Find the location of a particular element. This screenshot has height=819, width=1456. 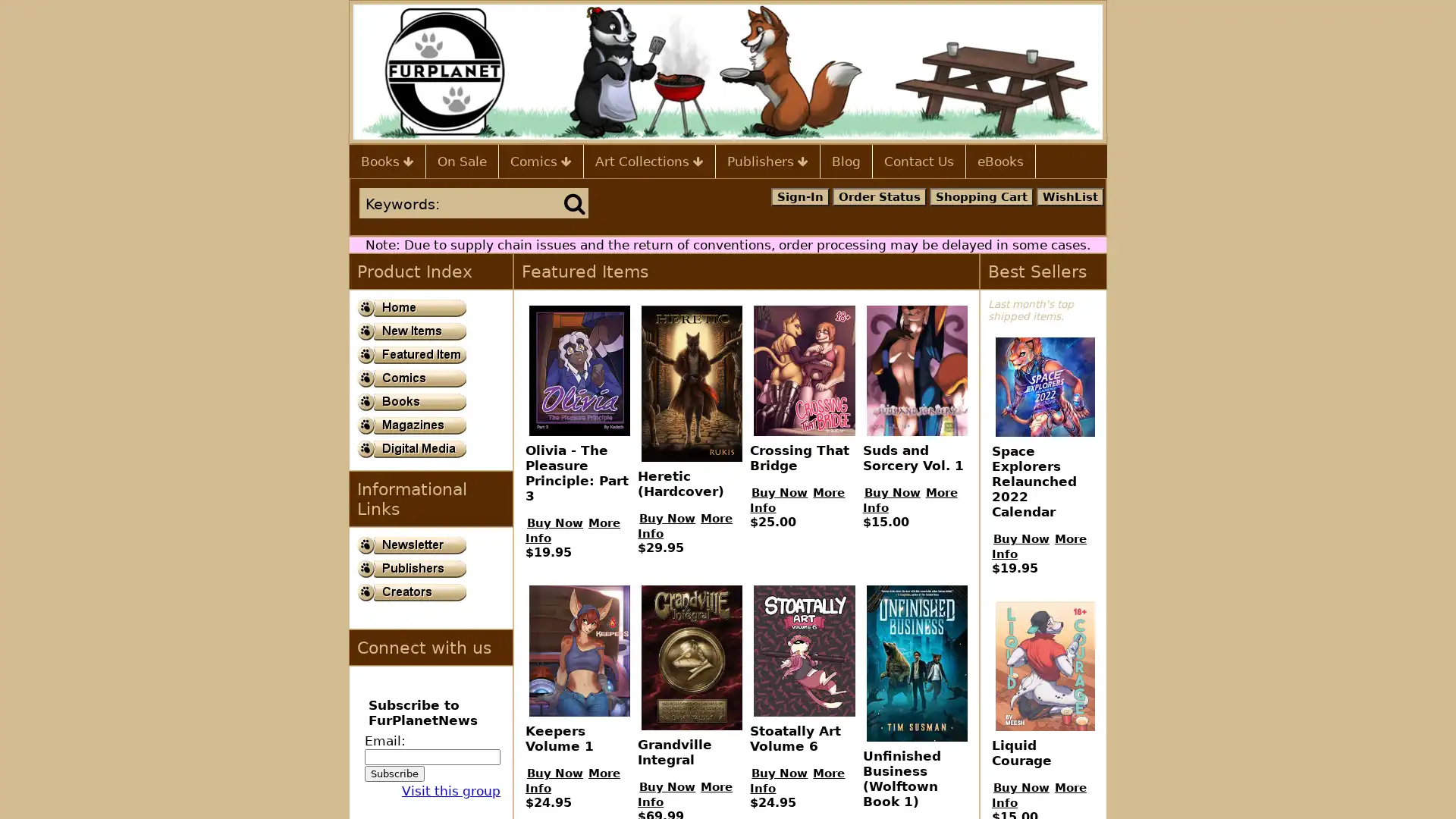

Subscribe is located at coordinates (394, 773).